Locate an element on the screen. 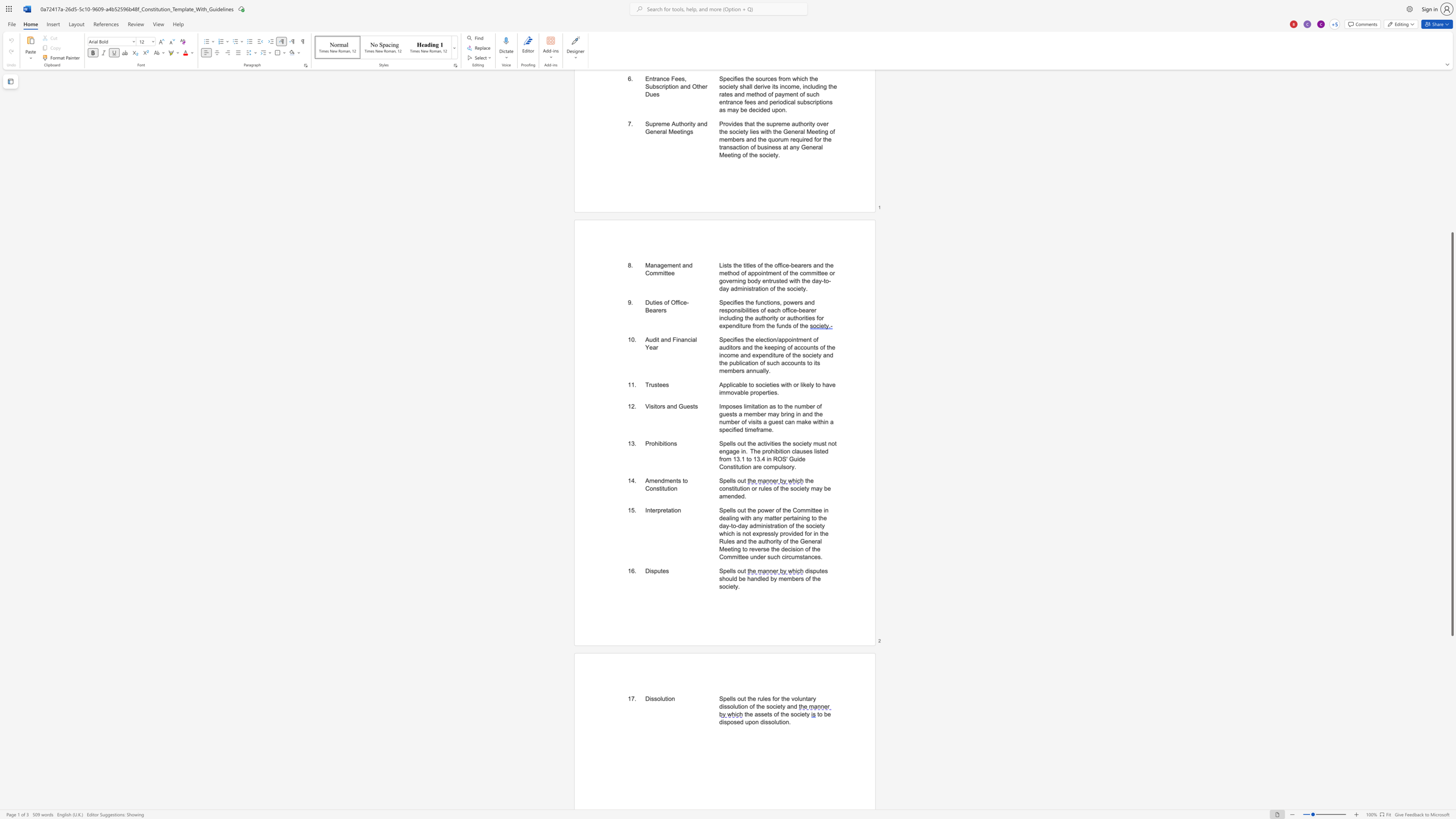 This screenshot has width=1456, height=819. the right-hand scrollbar to ascend the page is located at coordinates (1451, 121).